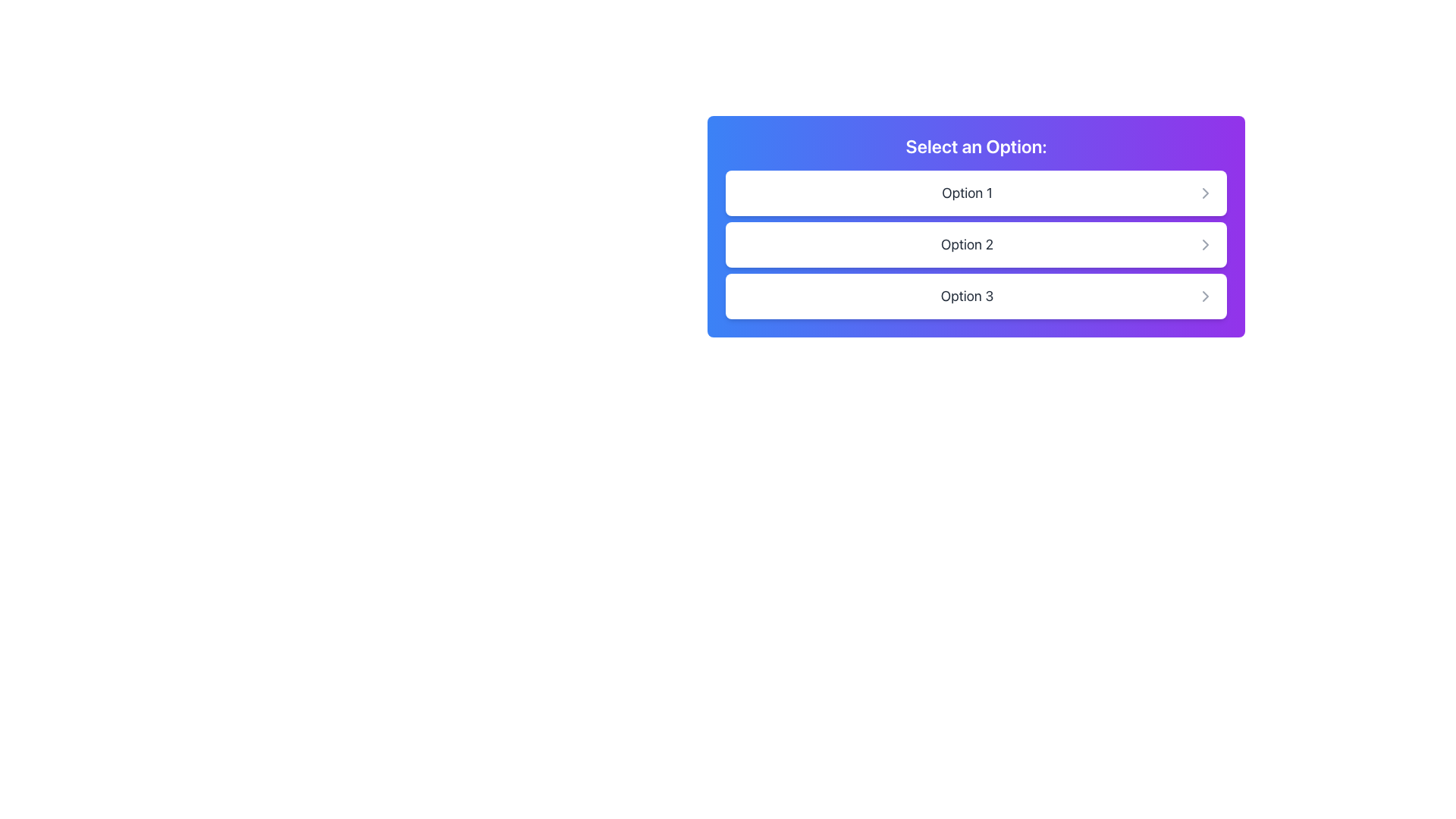  Describe the element at coordinates (966, 296) in the screenshot. I see `the text element displaying 'Option 3', which is the third menu item in a vertically stacked menu, located at the bottom of the visible menu list` at that location.